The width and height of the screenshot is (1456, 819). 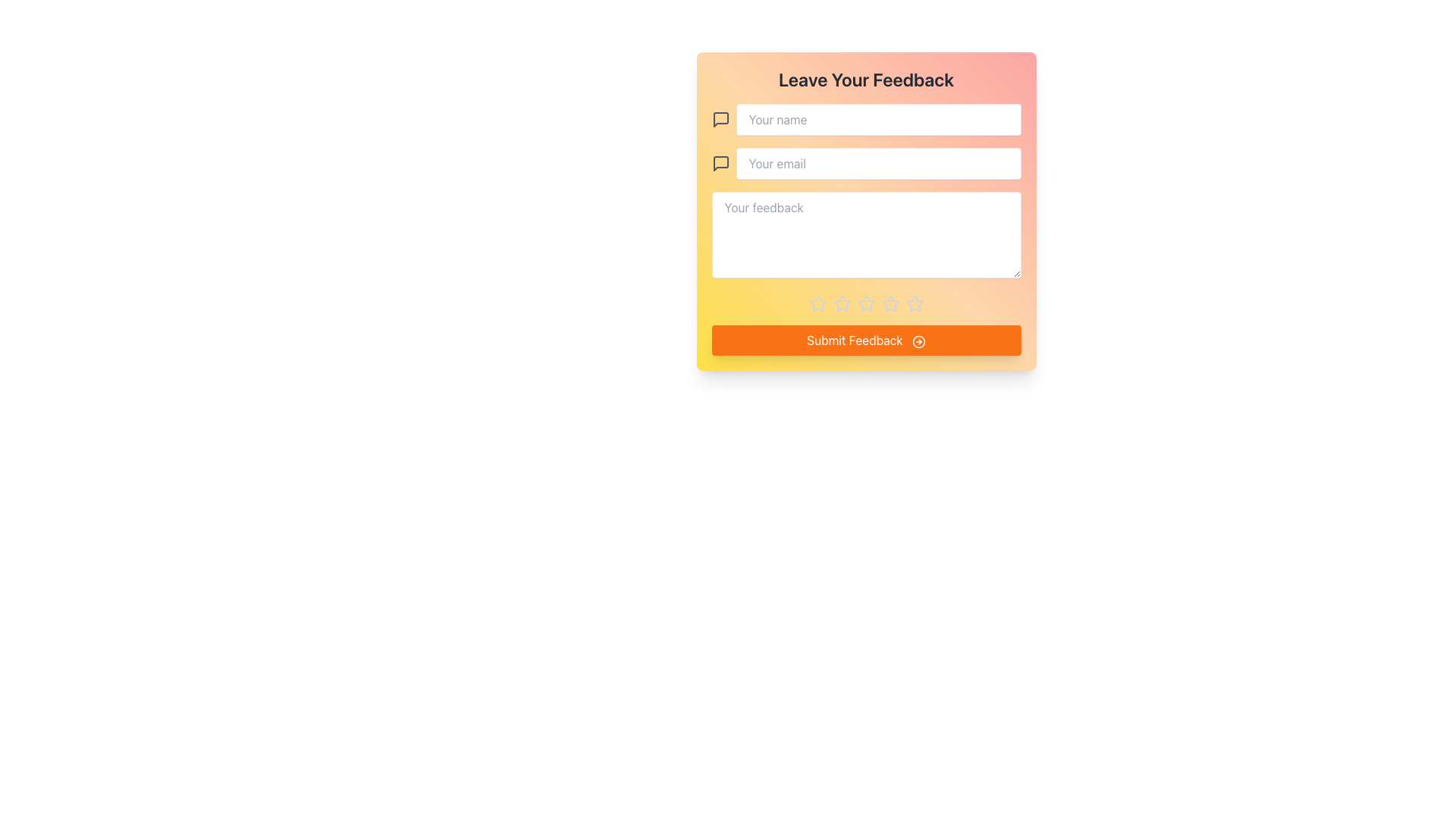 What do you see at coordinates (866, 303) in the screenshot?
I see `the third star in the rating system` at bounding box center [866, 303].